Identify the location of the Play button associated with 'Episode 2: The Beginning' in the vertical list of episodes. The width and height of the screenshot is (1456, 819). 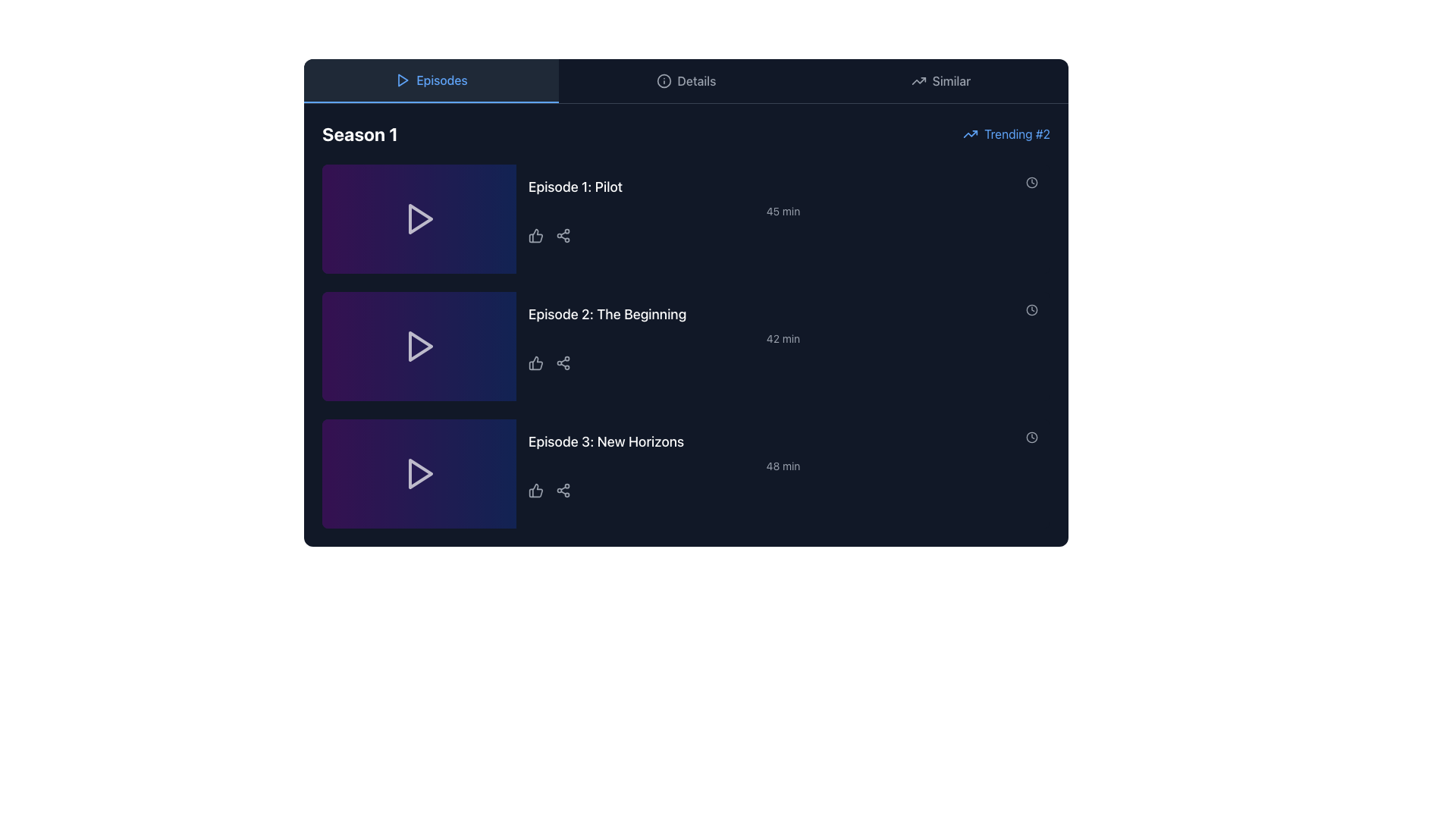
(419, 346).